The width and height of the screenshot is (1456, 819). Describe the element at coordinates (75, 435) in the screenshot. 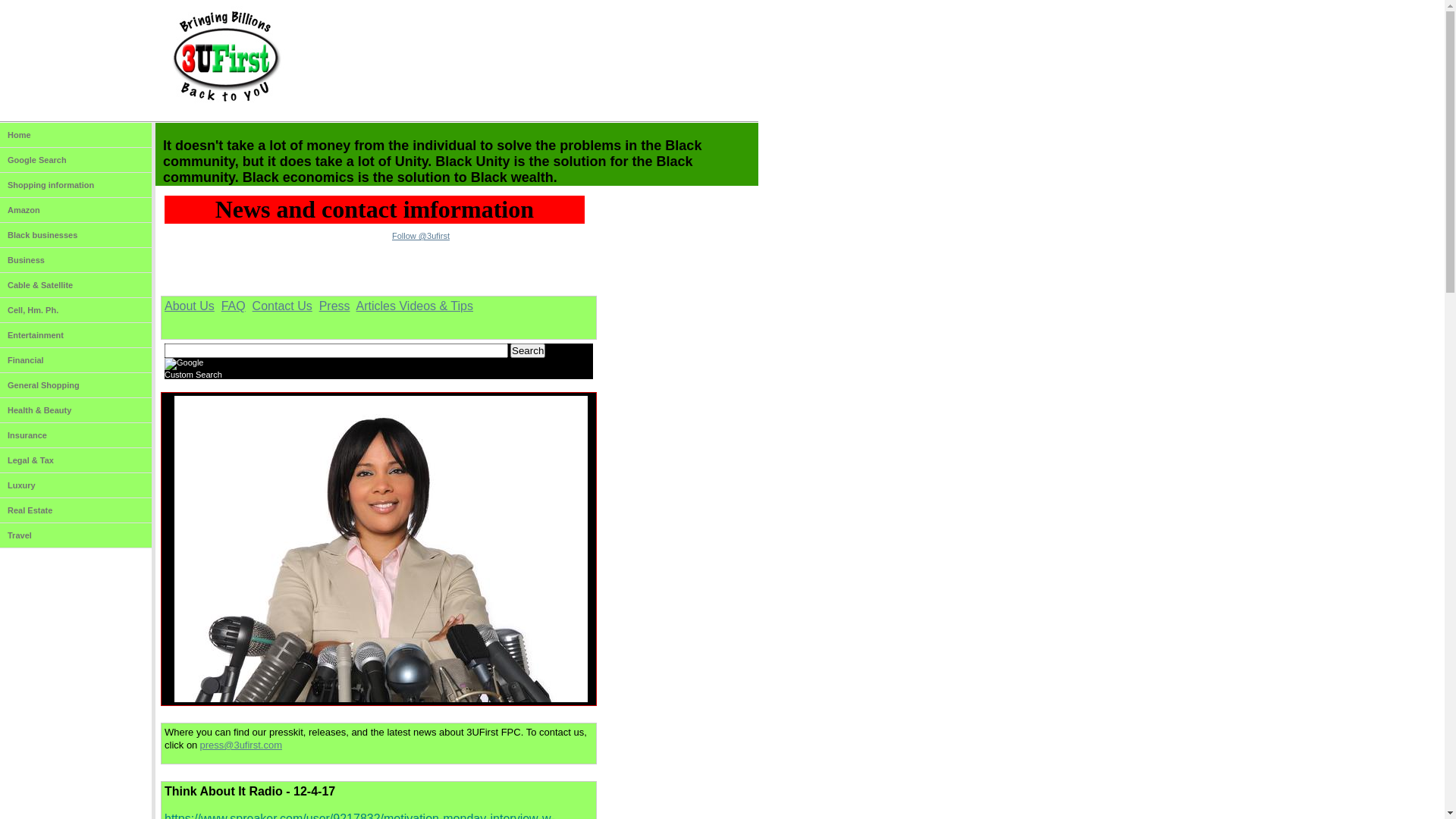

I see `'Insurance'` at that location.